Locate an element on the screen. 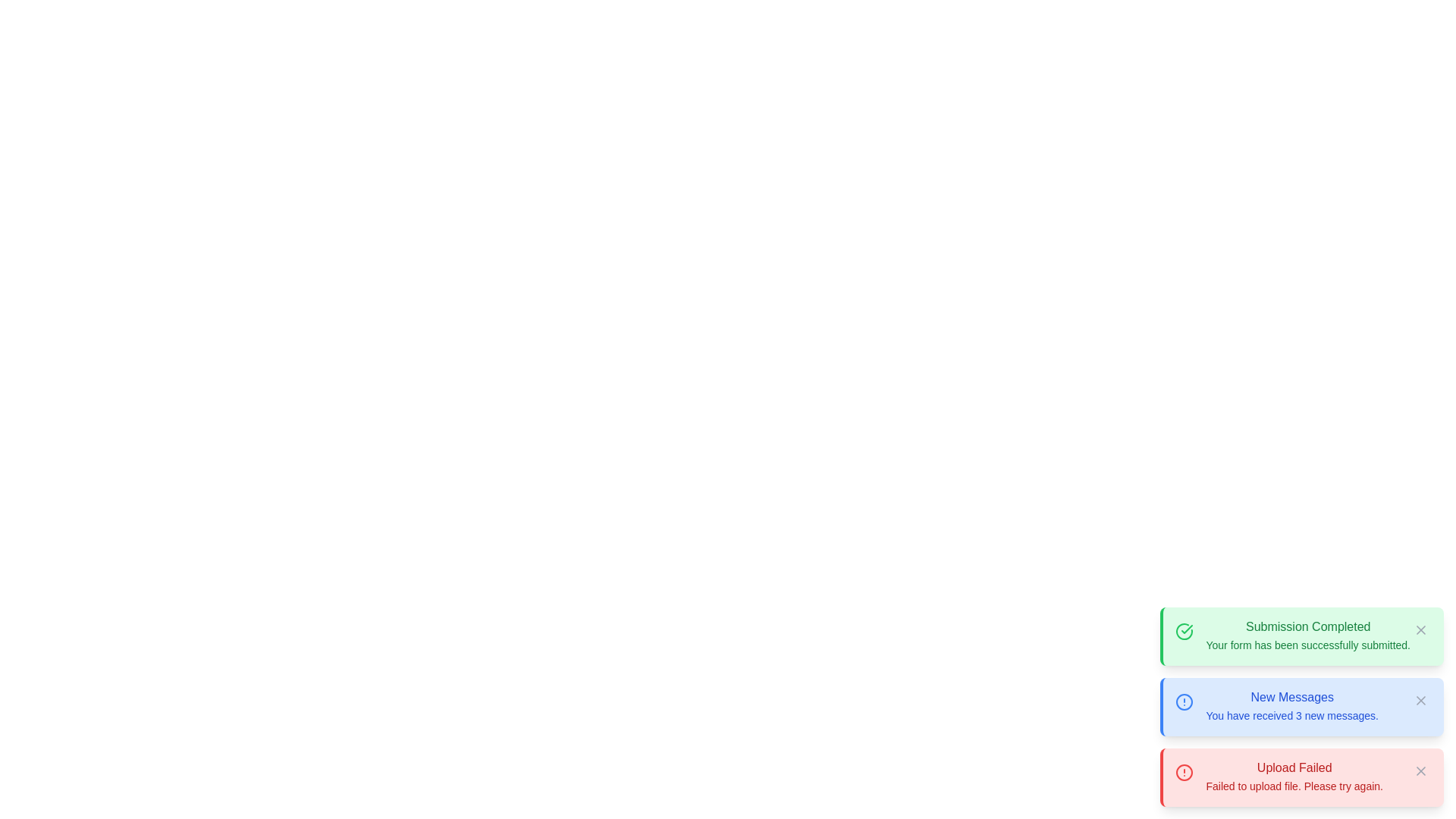 The height and width of the screenshot is (819, 1456). the Text Label that displays the error notification for a failed upload attempt, located at the bottom of the notification stack is located at coordinates (1294, 768).